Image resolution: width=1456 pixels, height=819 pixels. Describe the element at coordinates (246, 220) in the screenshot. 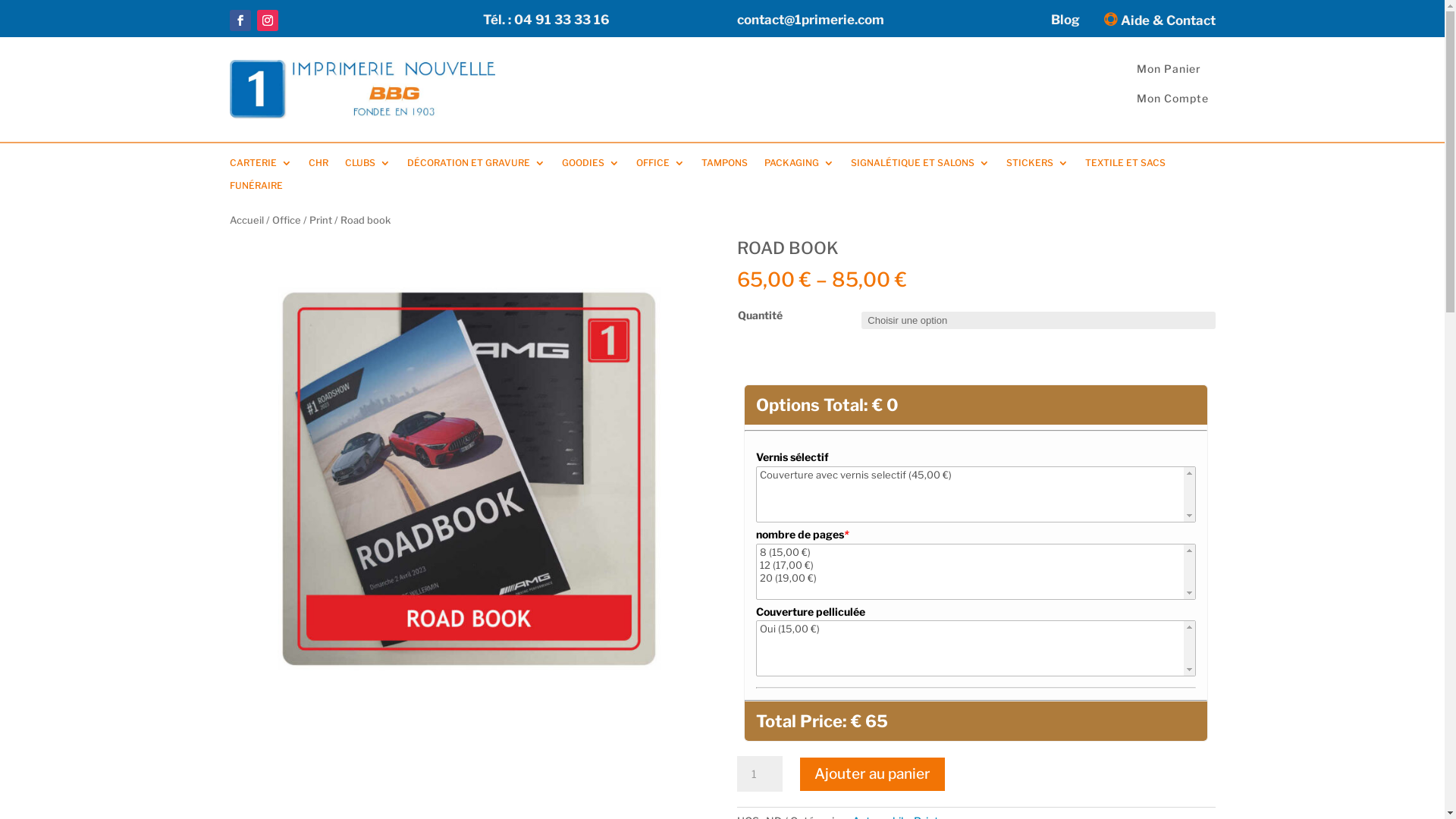

I see `'Accueil'` at that location.